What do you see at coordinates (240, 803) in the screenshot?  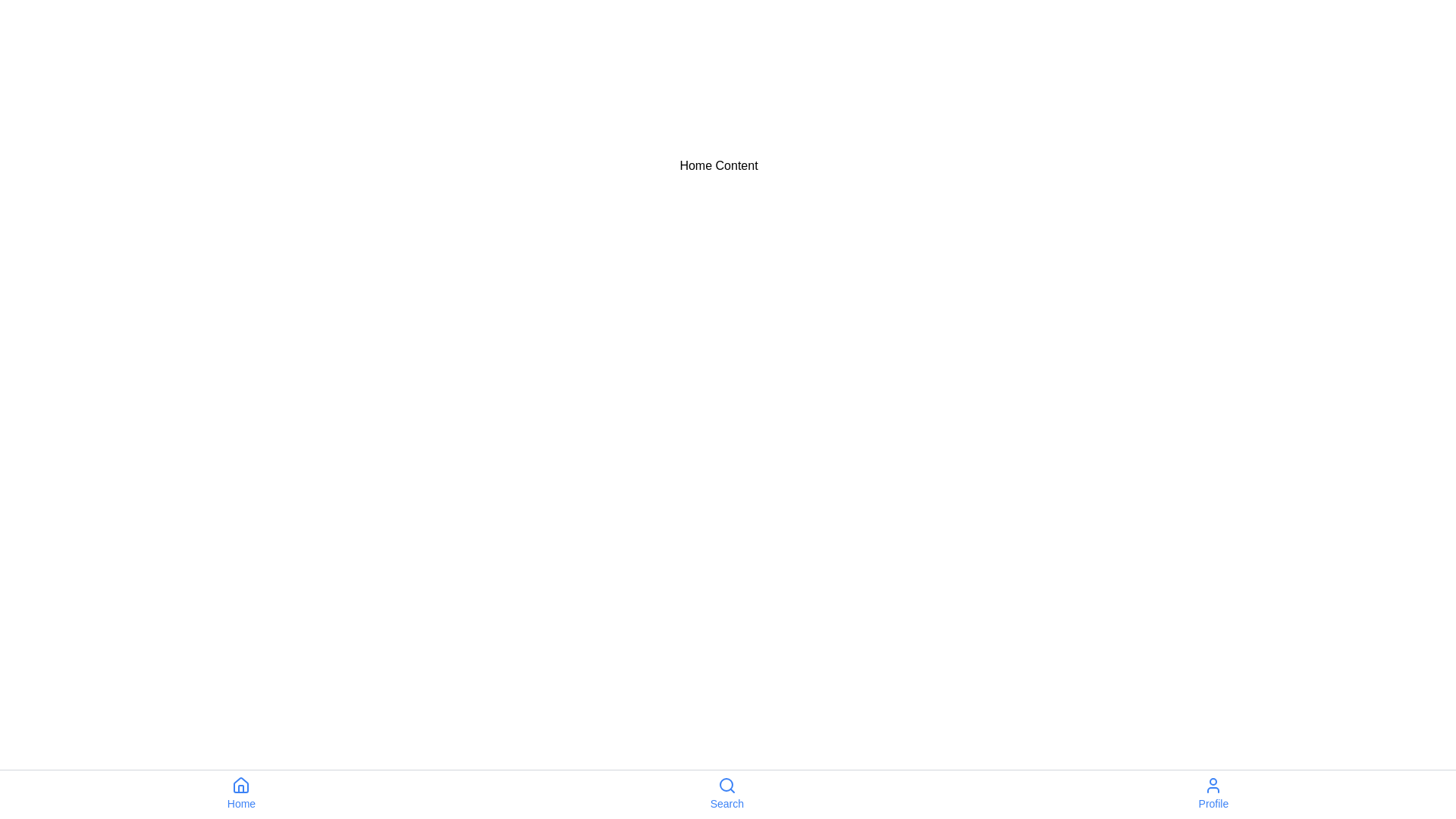 I see `'Home' navigation text label located in the bottom navigation bar, which is identified by its central position and proximity to a house icon above it` at bounding box center [240, 803].